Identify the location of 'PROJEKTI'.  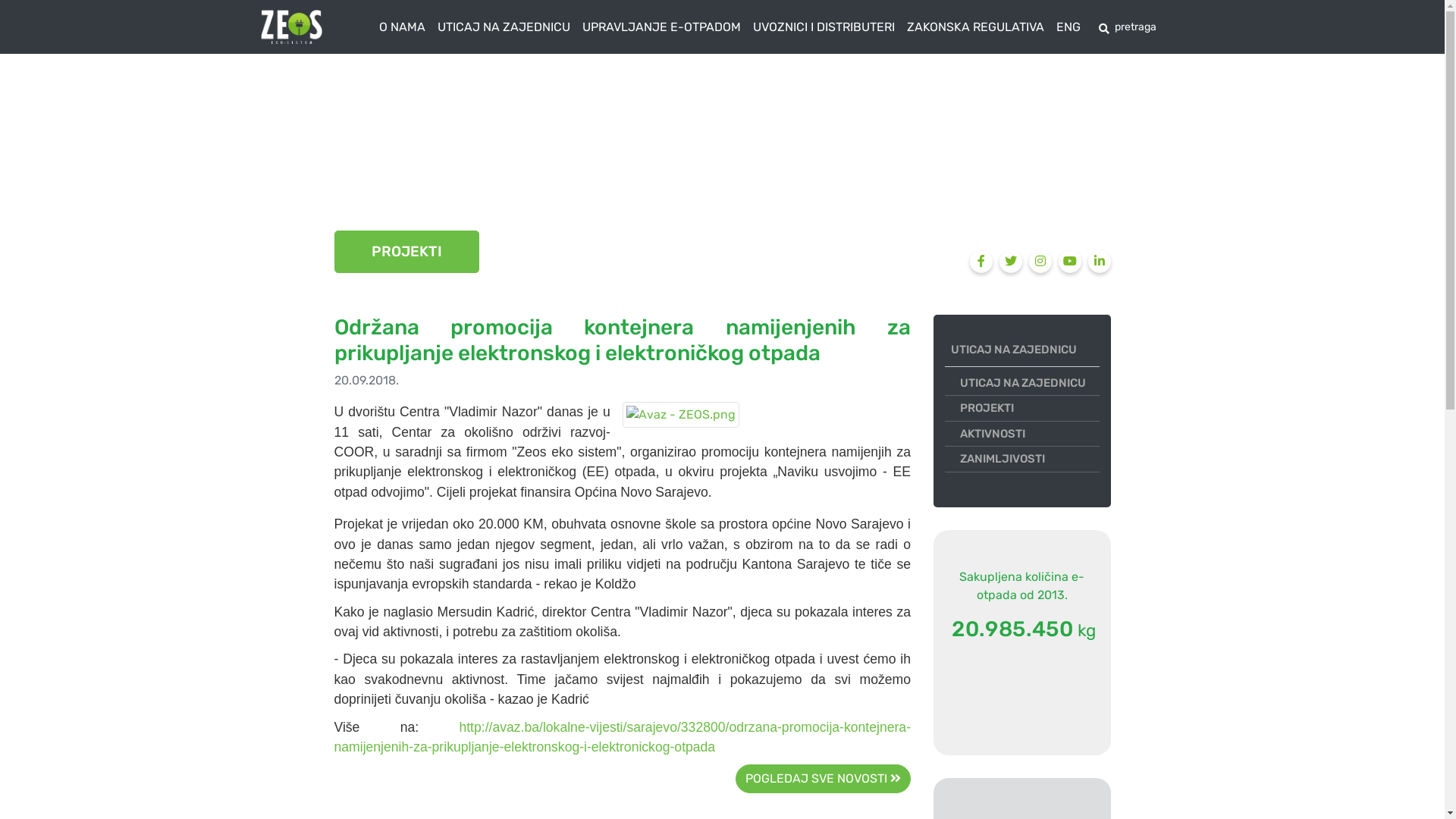
(1030, 407).